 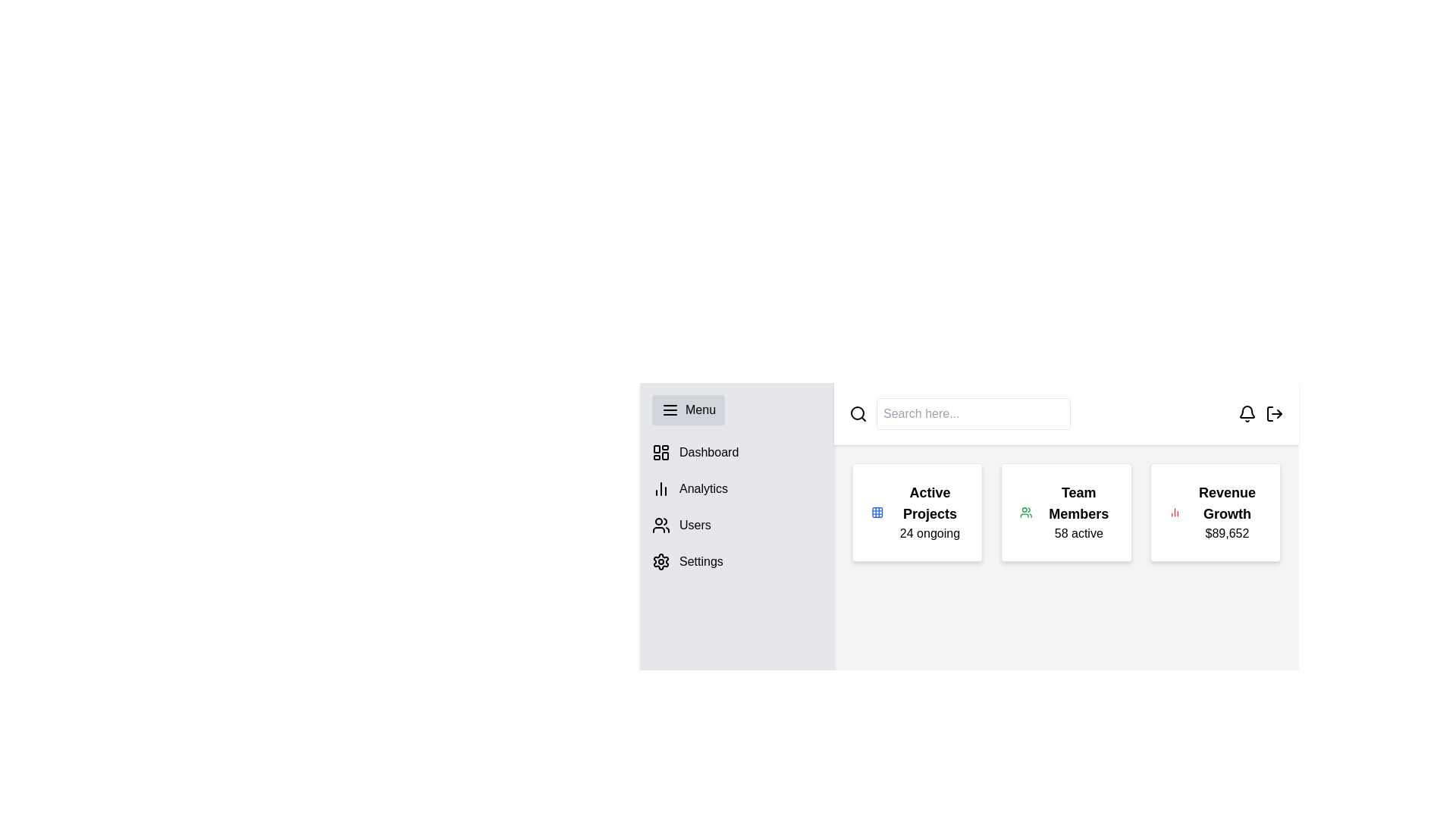 What do you see at coordinates (1247, 414) in the screenshot?
I see `the bell icon button in the top right corner` at bounding box center [1247, 414].